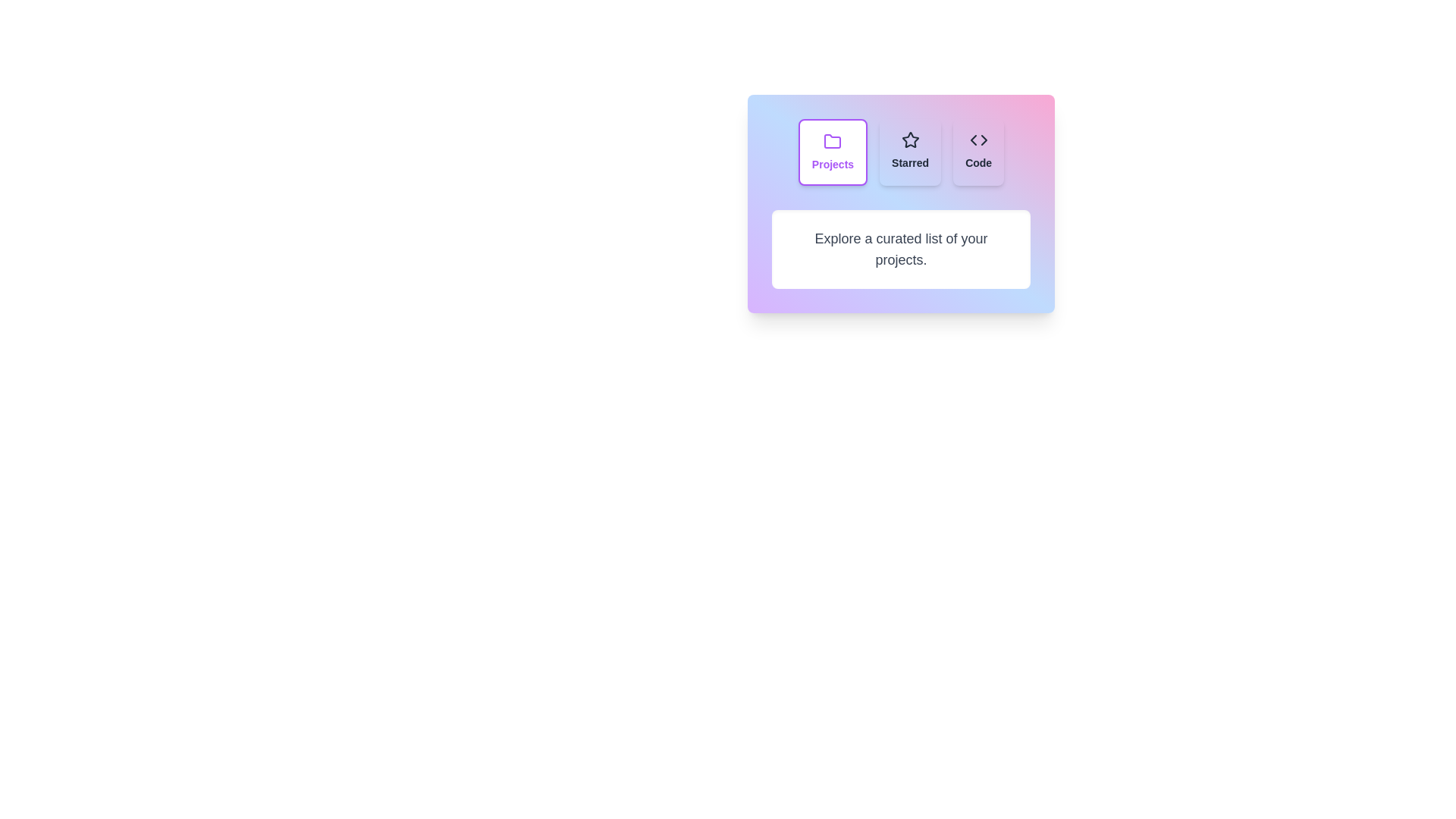  What do you see at coordinates (910, 152) in the screenshot?
I see `the Starred tab to observe its hover effect` at bounding box center [910, 152].